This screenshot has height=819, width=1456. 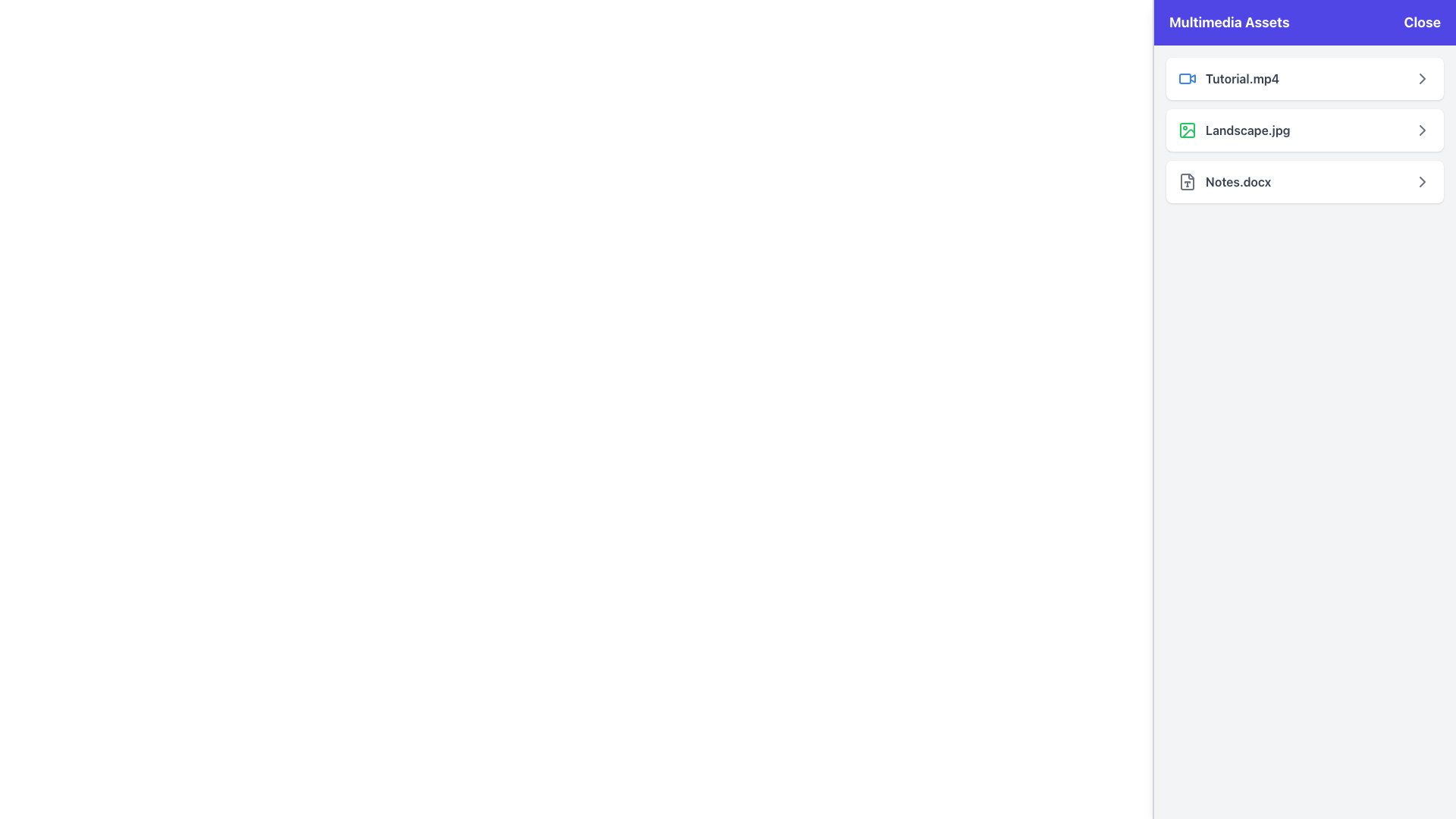 What do you see at coordinates (1304, 79) in the screenshot?
I see `the card labeled 'Tutorial.mp4' which is the first item in the vertical list of file items in the right-hand sidebar` at bounding box center [1304, 79].